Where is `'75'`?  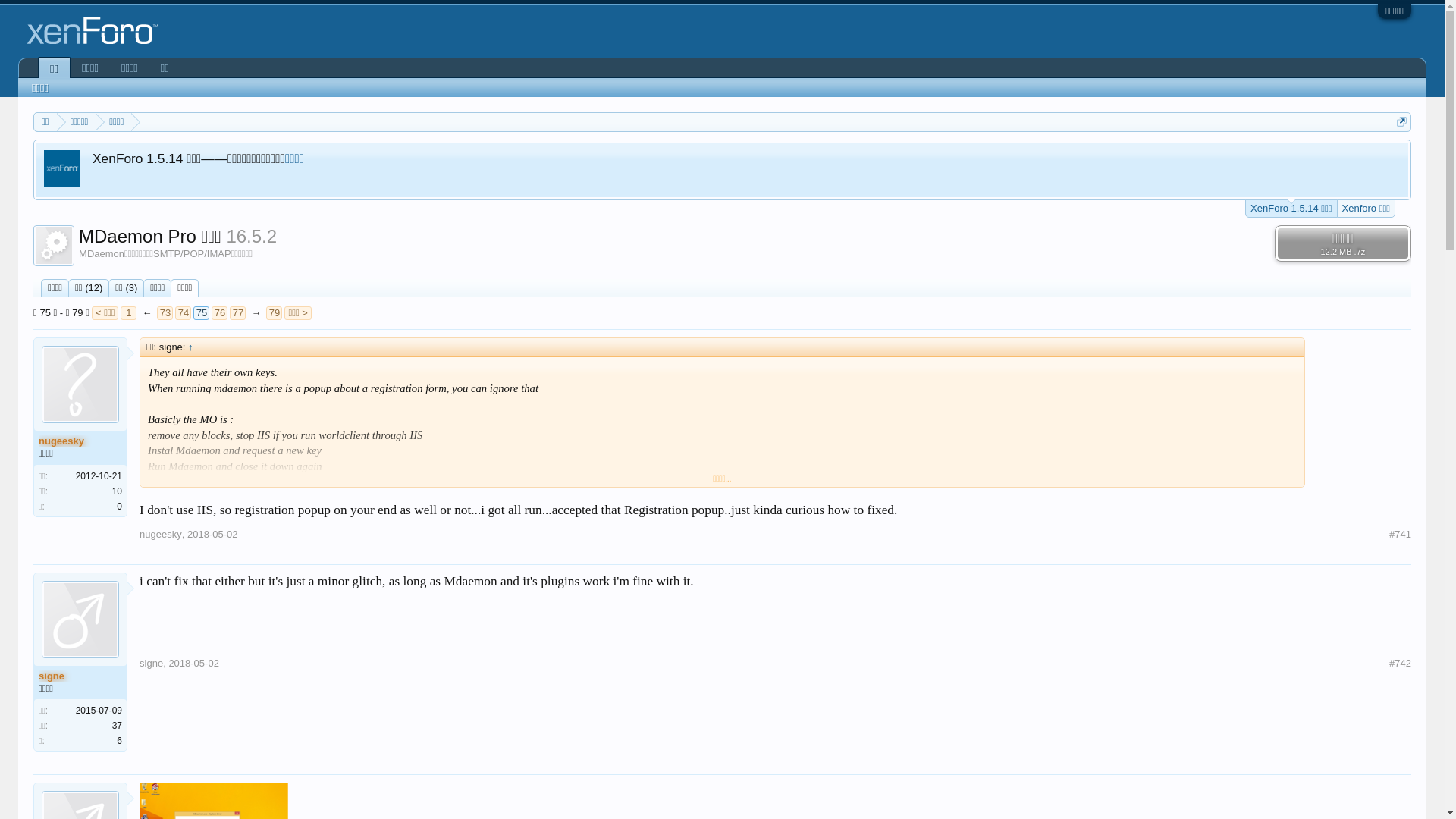
'75' is located at coordinates (200, 312).